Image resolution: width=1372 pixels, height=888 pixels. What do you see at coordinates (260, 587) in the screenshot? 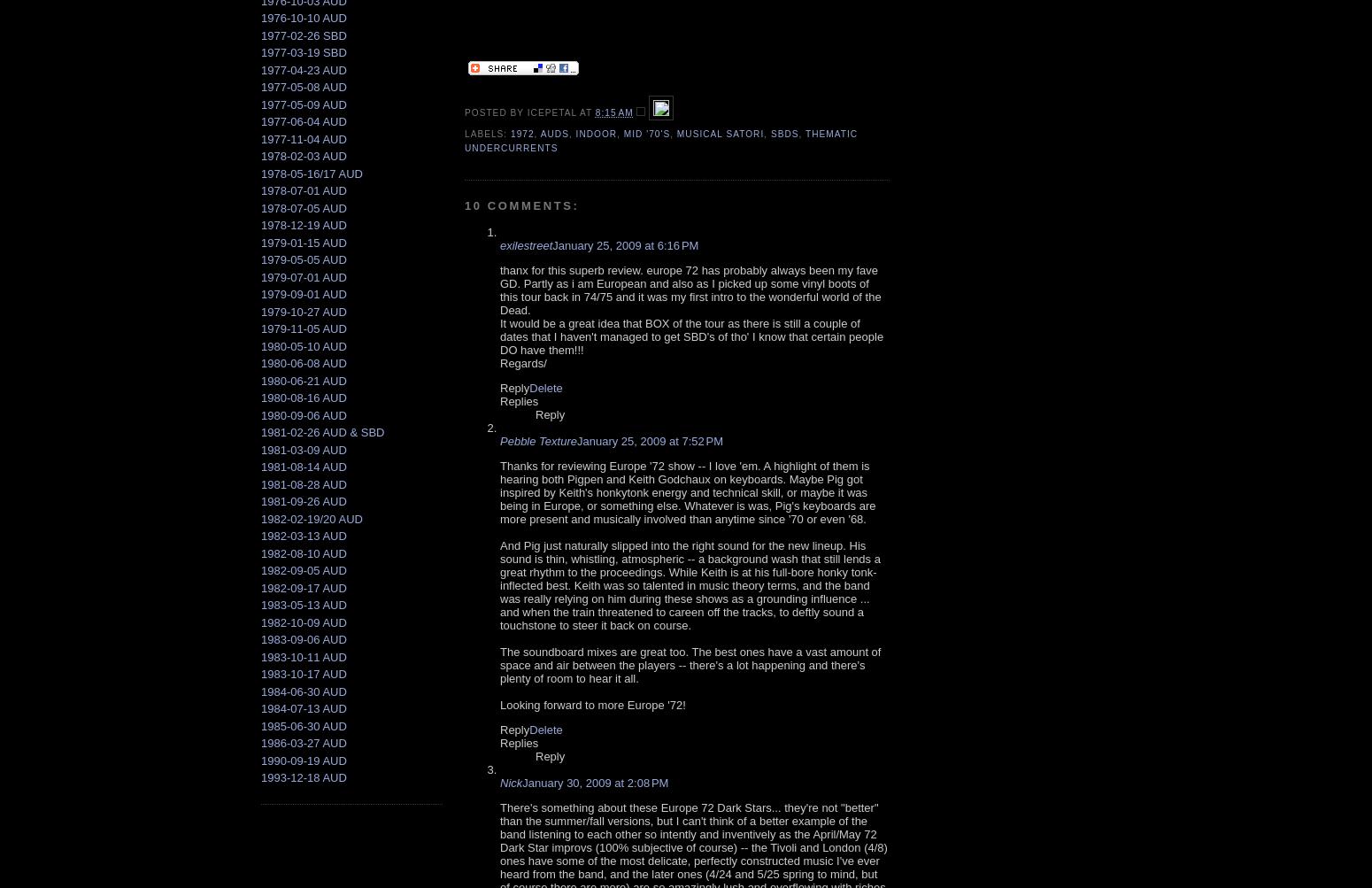
I see `'1982-09-17 AUD'` at bounding box center [260, 587].